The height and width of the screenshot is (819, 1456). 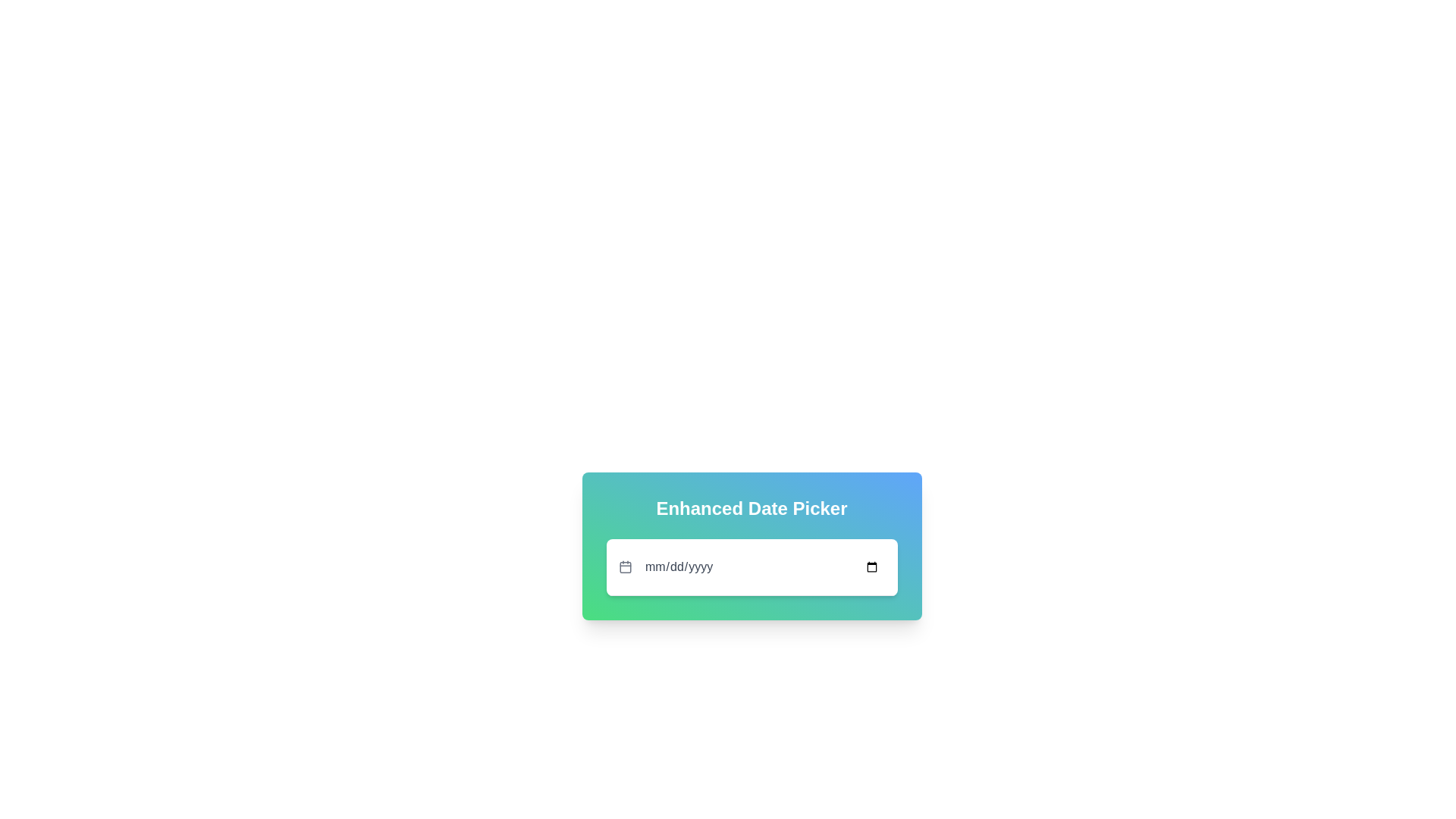 I want to click on the calendar-style icon located to the left of the date picker input labeled 'mm/dd/yyyy', so click(x=625, y=567).